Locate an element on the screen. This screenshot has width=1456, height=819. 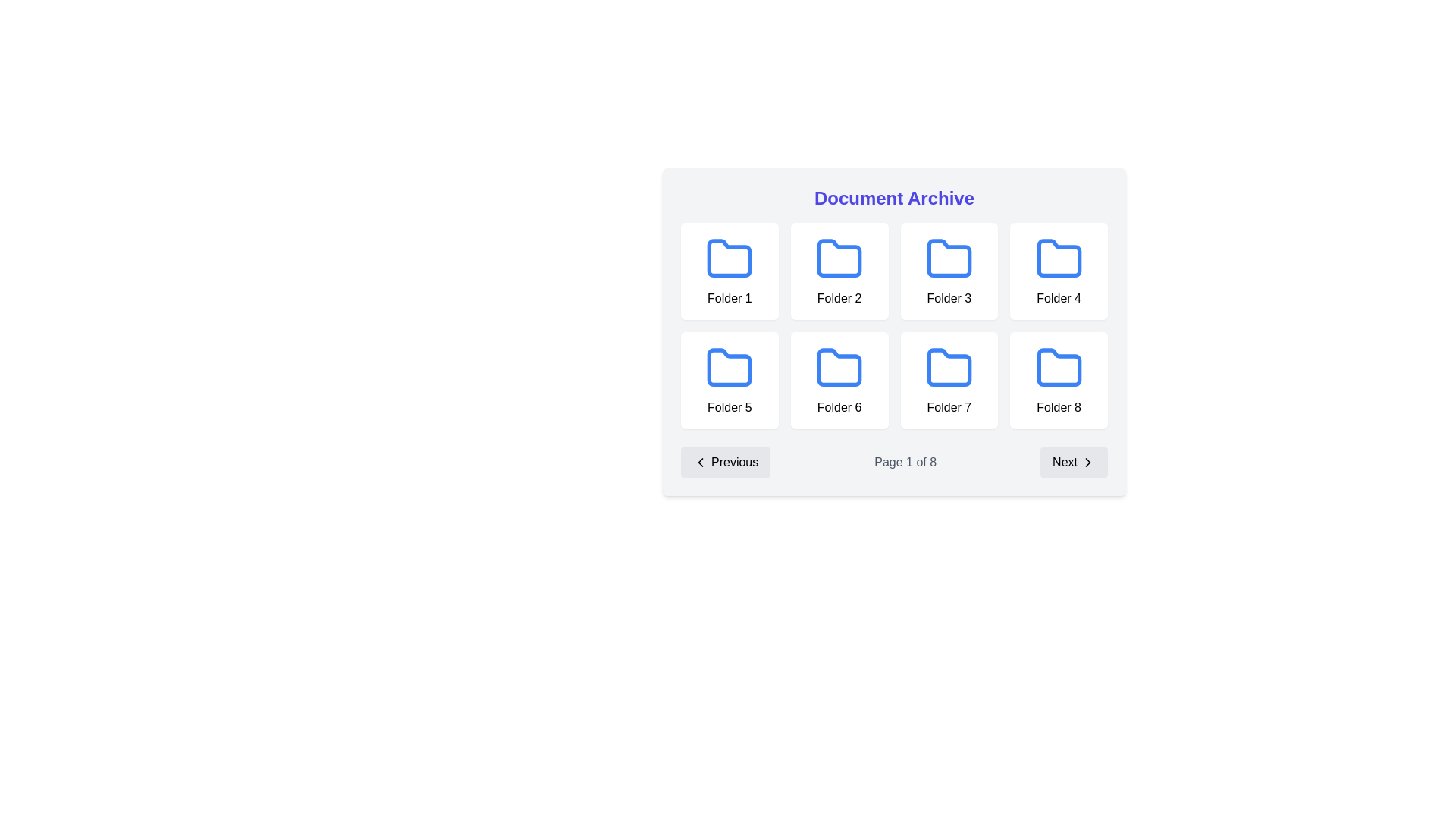
the text label 'Folder 1' that is centrally aligned beneath its associated folder icon, located in the first column of the first row of the grid layout under 'Document Archive' is located at coordinates (730, 298).